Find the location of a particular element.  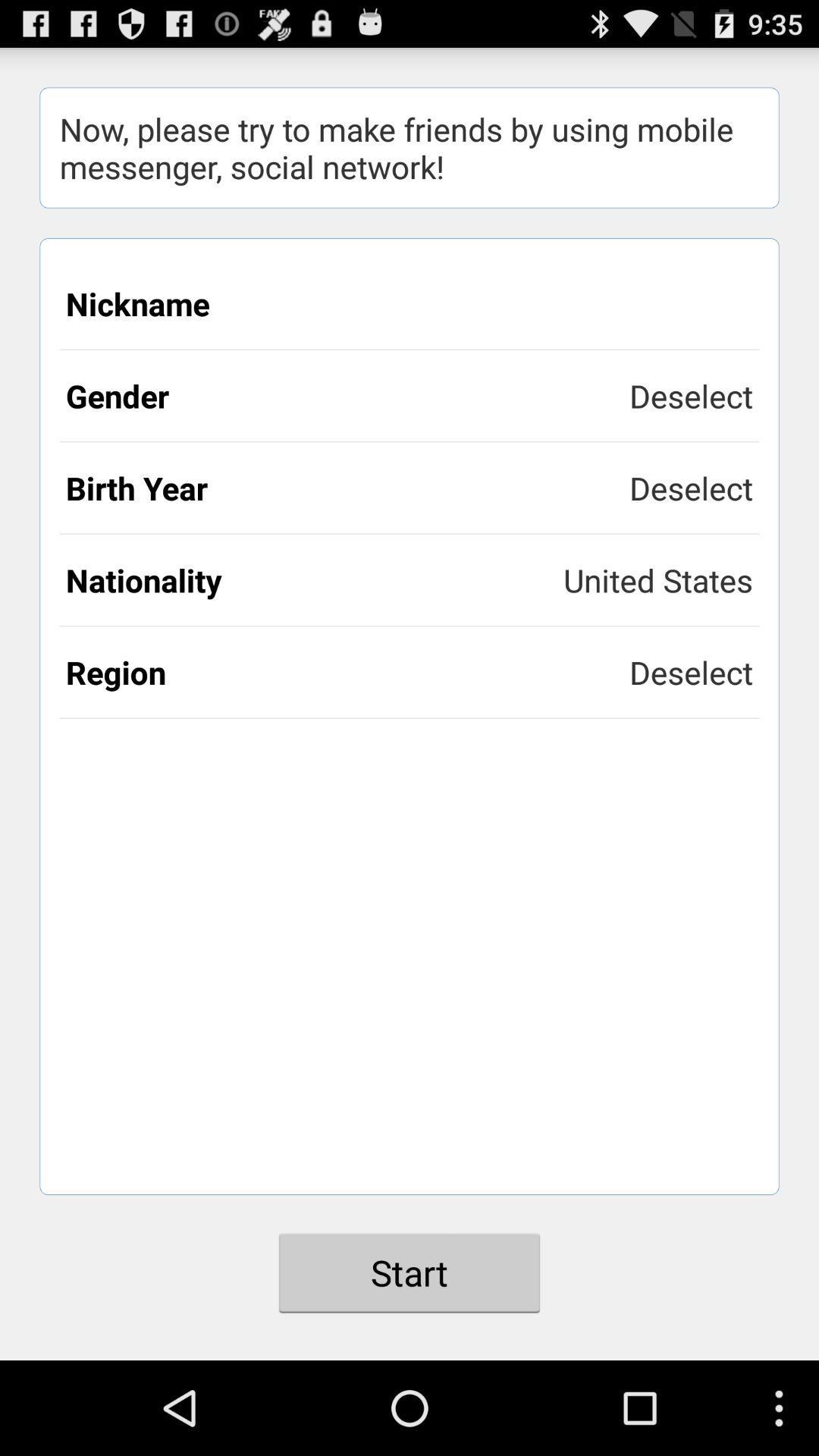

the app to the left of deselect app is located at coordinates (347, 671).